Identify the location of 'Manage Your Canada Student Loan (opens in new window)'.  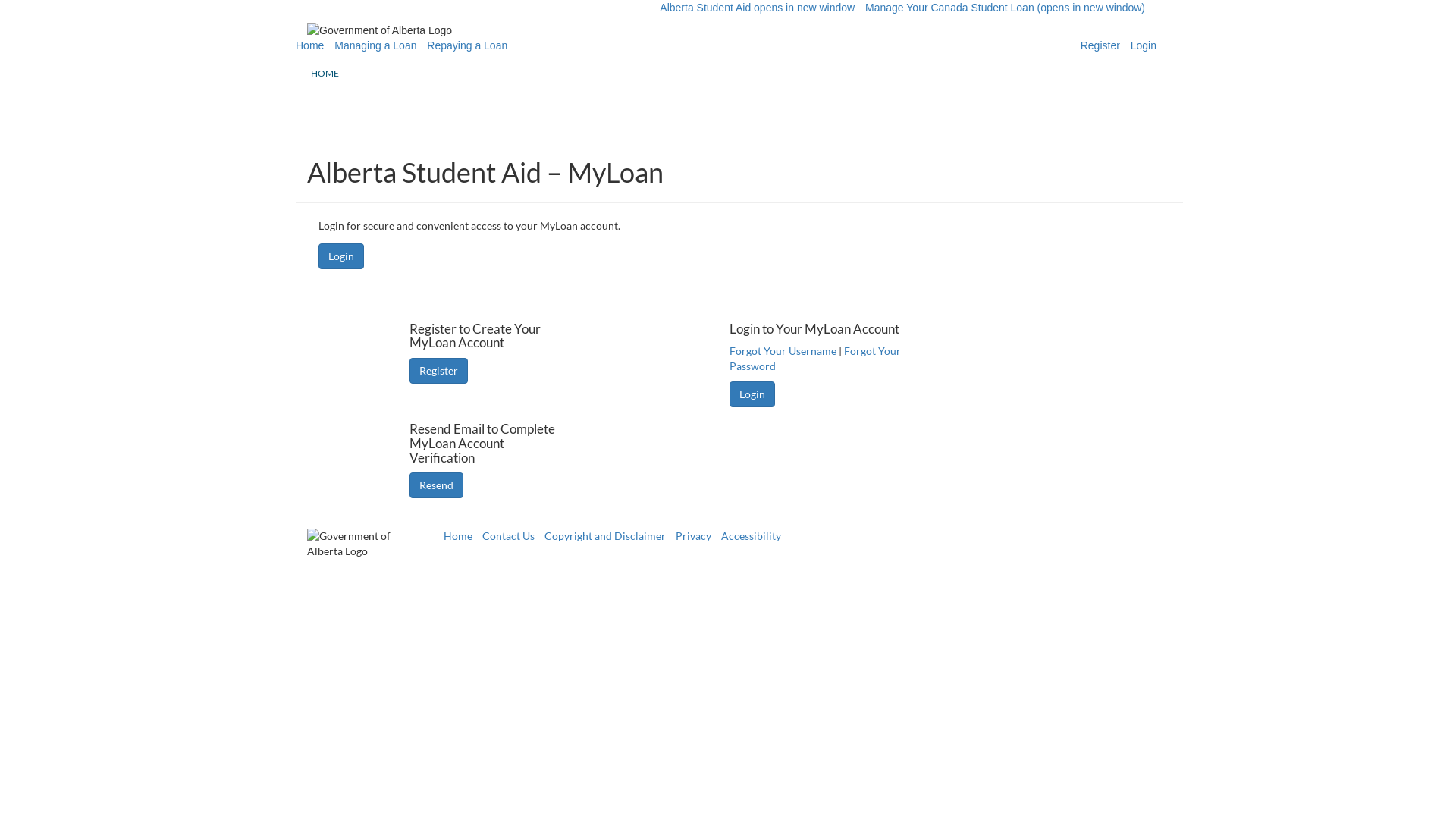
(1005, 8).